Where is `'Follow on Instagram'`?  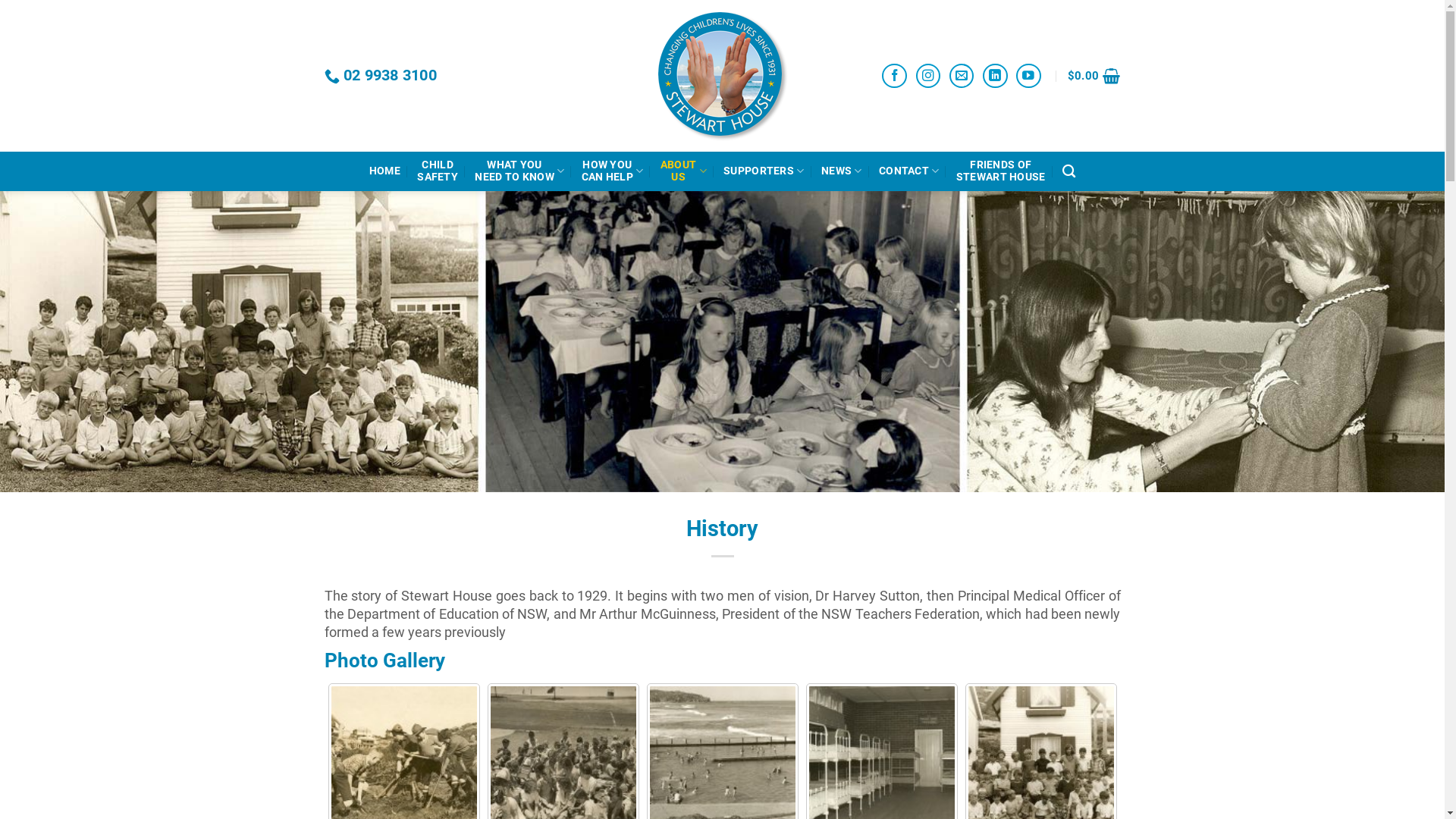 'Follow on Instagram' is located at coordinates (927, 76).